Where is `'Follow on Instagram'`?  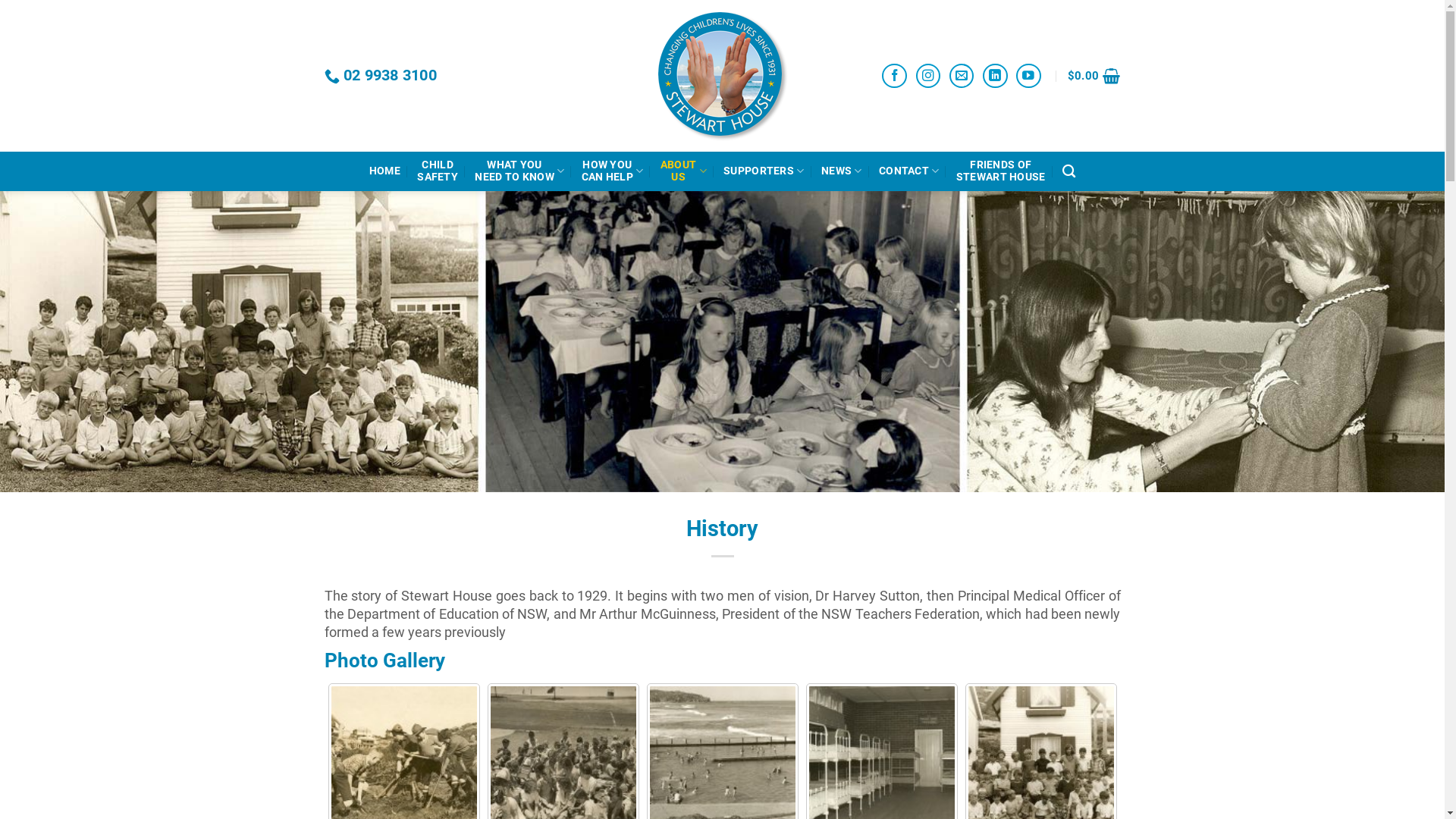 'Follow on Instagram' is located at coordinates (927, 76).